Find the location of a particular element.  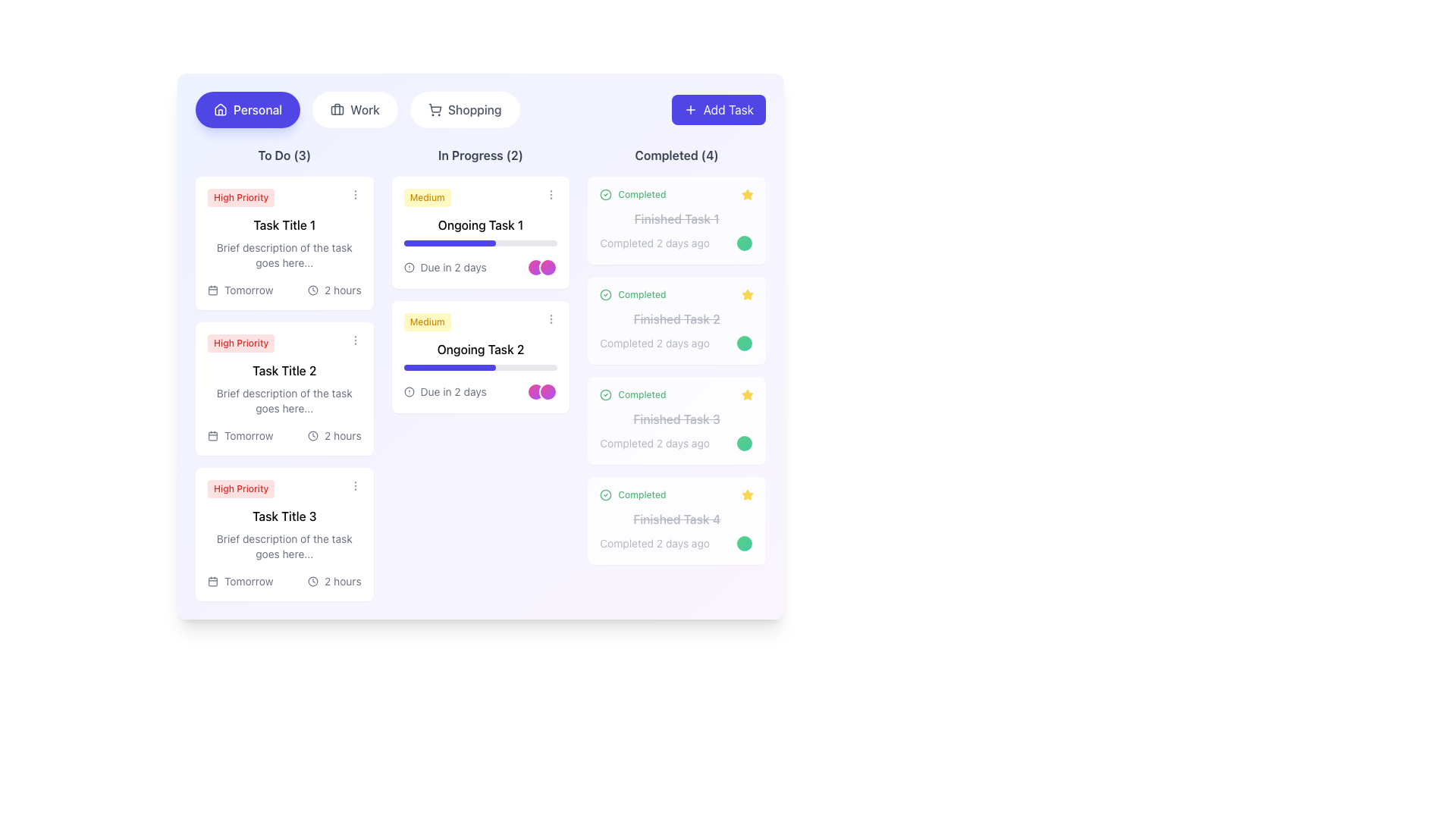

the time indication represented by the icon located in the 'To Do' section, specifically before the text '2 hours' in the card for 'Task Title 1' is located at coordinates (312, 290).